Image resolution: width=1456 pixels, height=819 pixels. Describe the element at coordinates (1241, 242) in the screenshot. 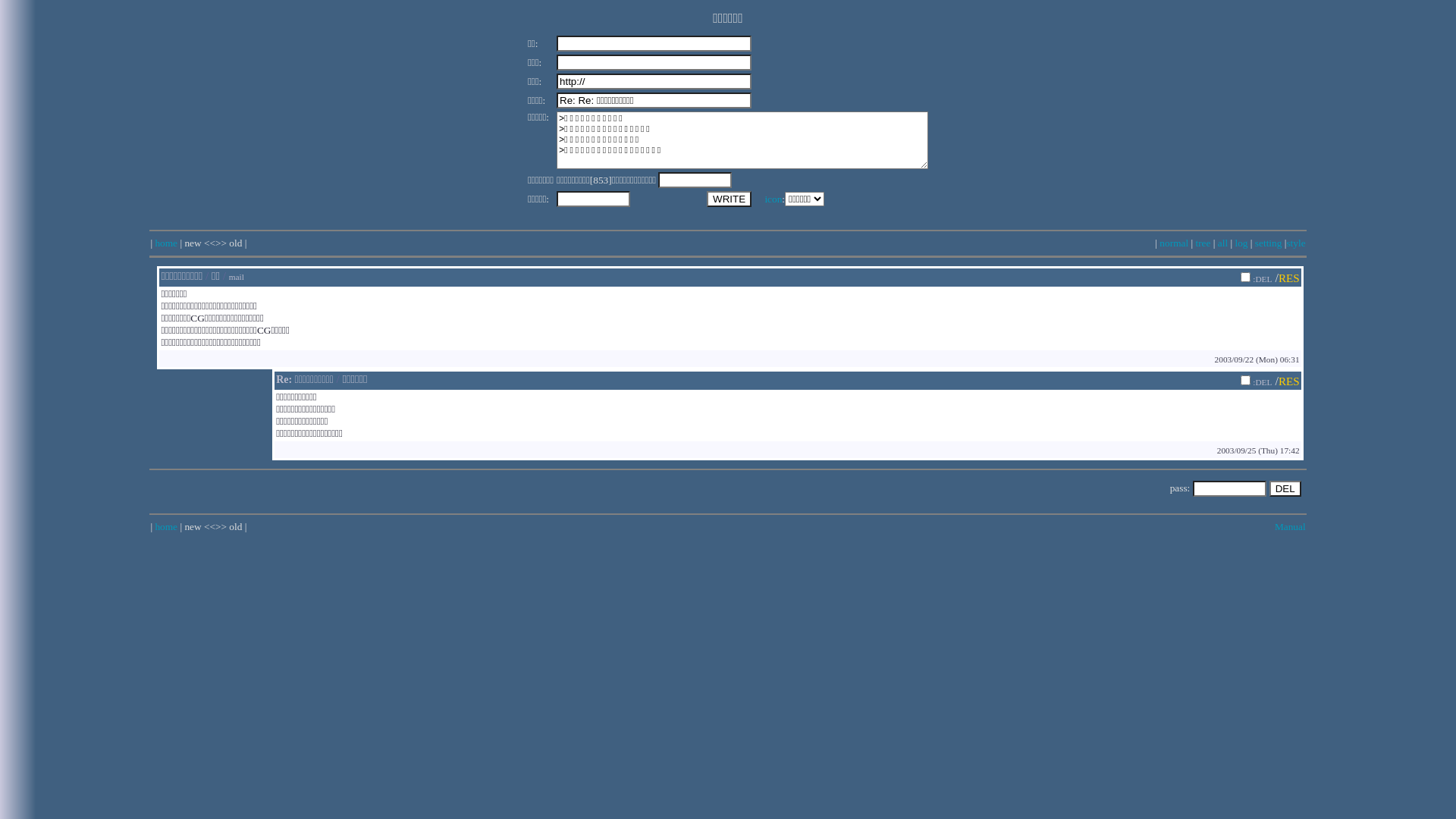

I see `'log'` at that location.